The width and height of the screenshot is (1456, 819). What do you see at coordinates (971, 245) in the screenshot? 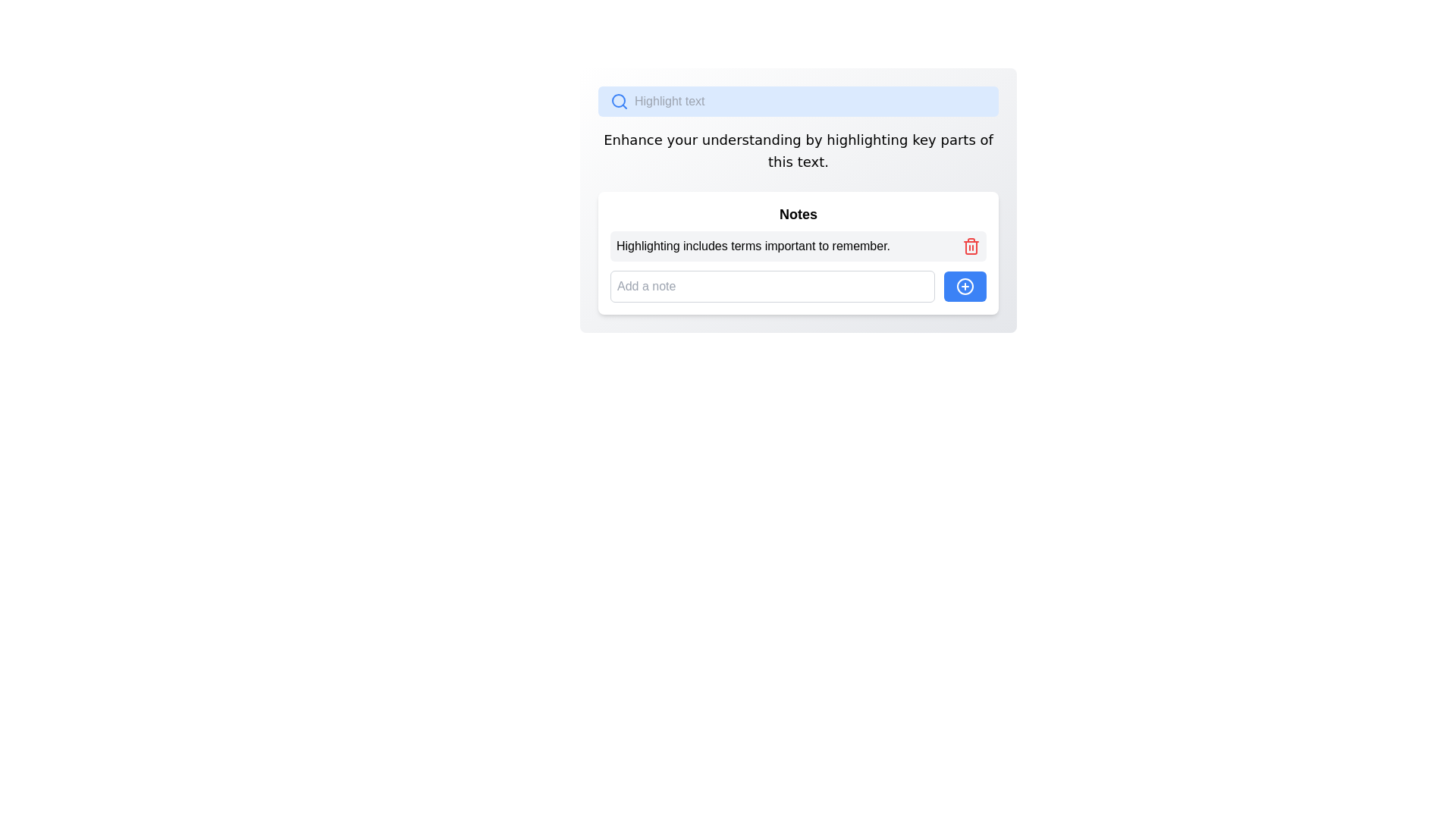
I see `the red trash can icon located on the right side of the text 'Highlighting includes terms important to remember.'` at bounding box center [971, 245].